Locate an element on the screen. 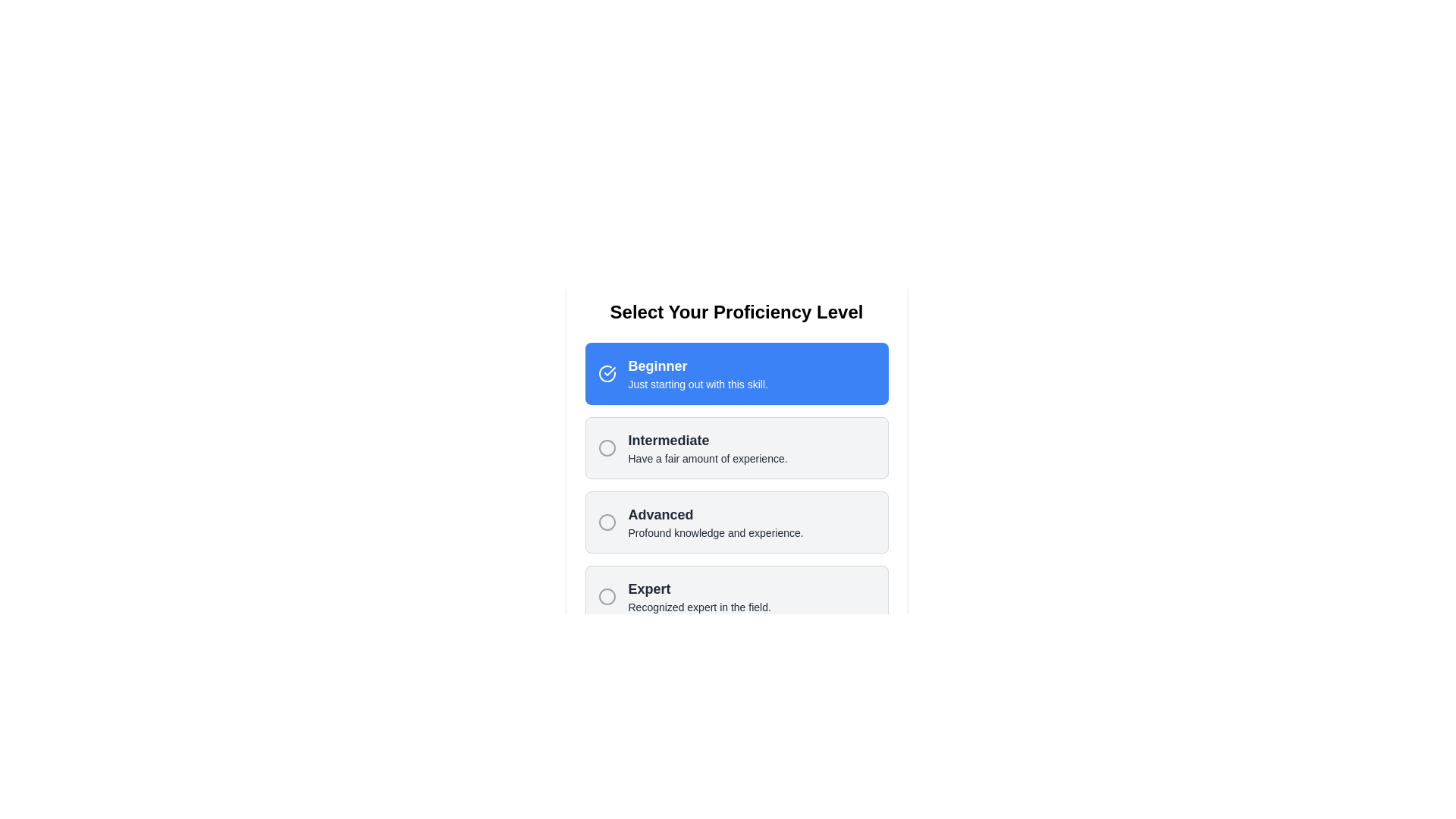 This screenshot has height=819, width=1456. the 'Advanced' proficiency level option in the selectable list is located at coordinates (736, 522).